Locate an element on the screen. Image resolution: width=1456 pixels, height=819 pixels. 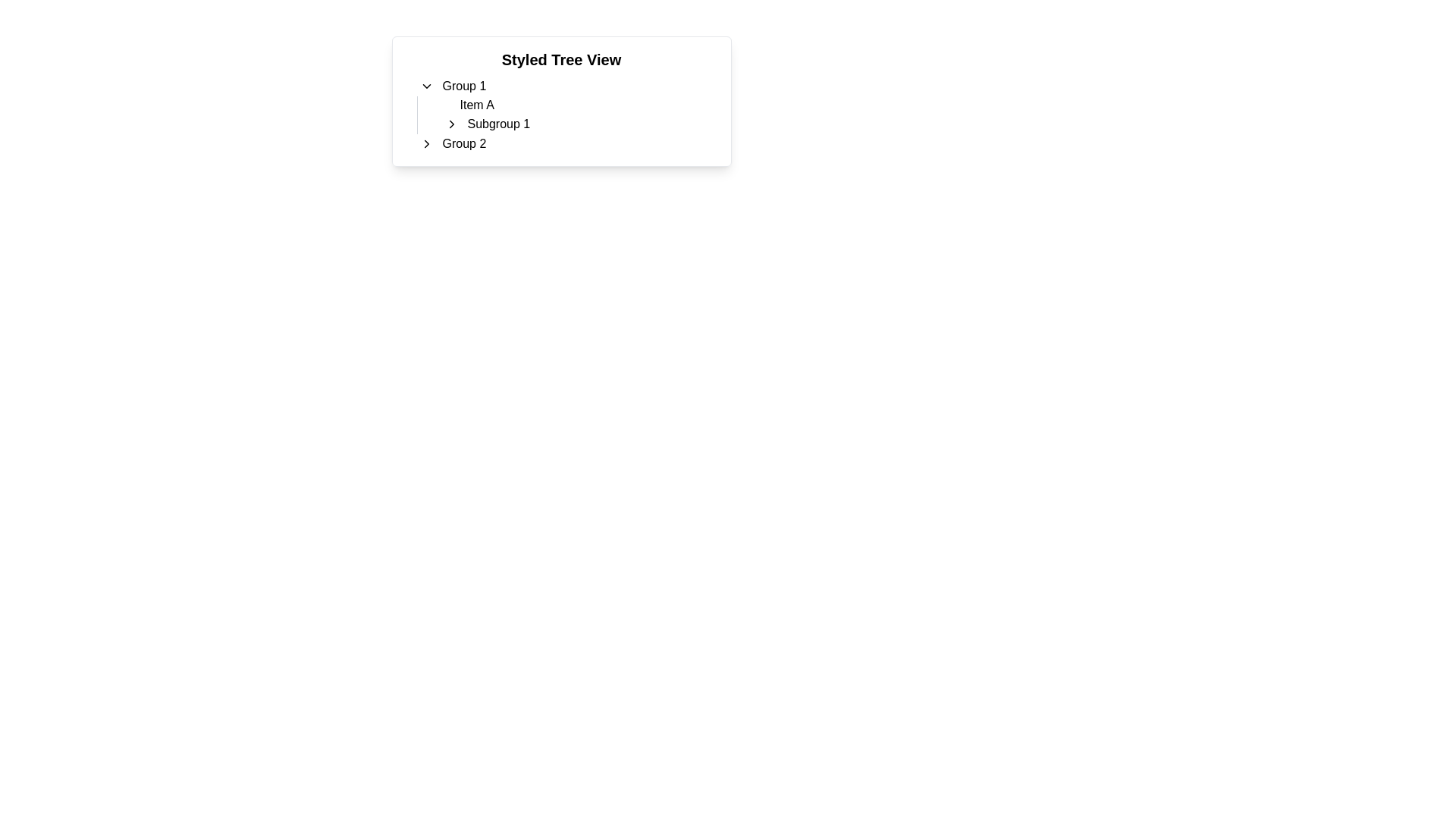
the right-facing chevron SVG icon next to the 'Subgroup 1' label is located at coordinates (450, 124).